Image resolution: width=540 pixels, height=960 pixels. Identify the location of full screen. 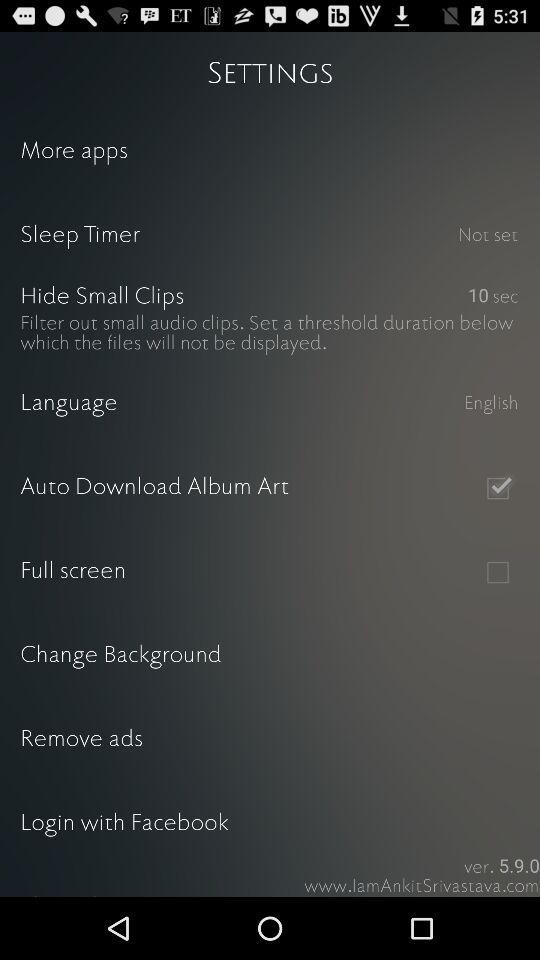
(496, 572).